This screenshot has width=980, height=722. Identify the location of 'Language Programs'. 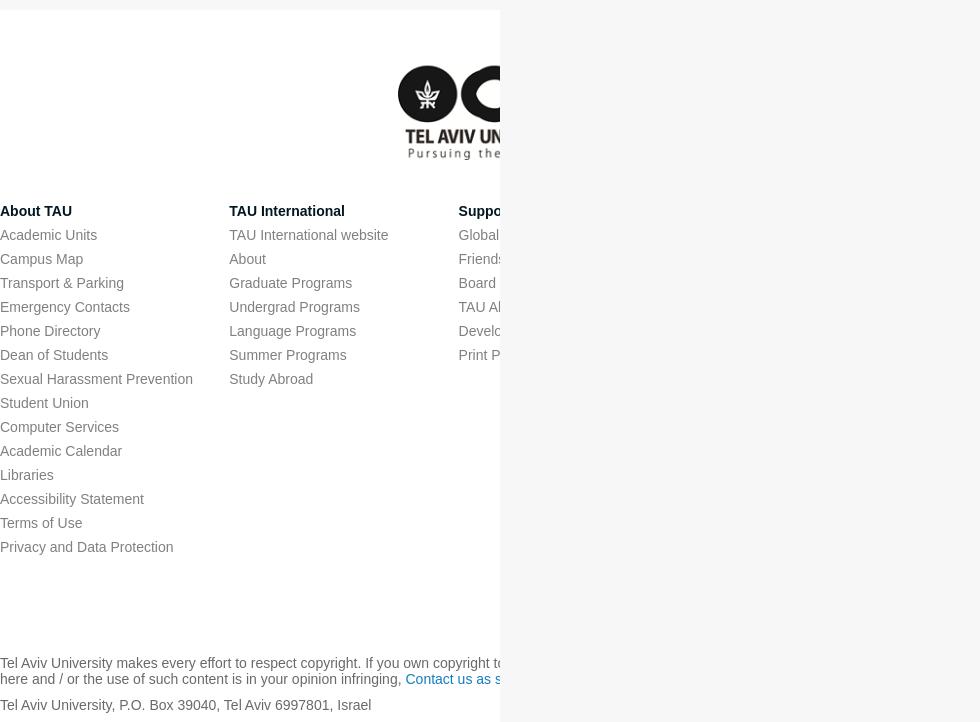
(292, 329).